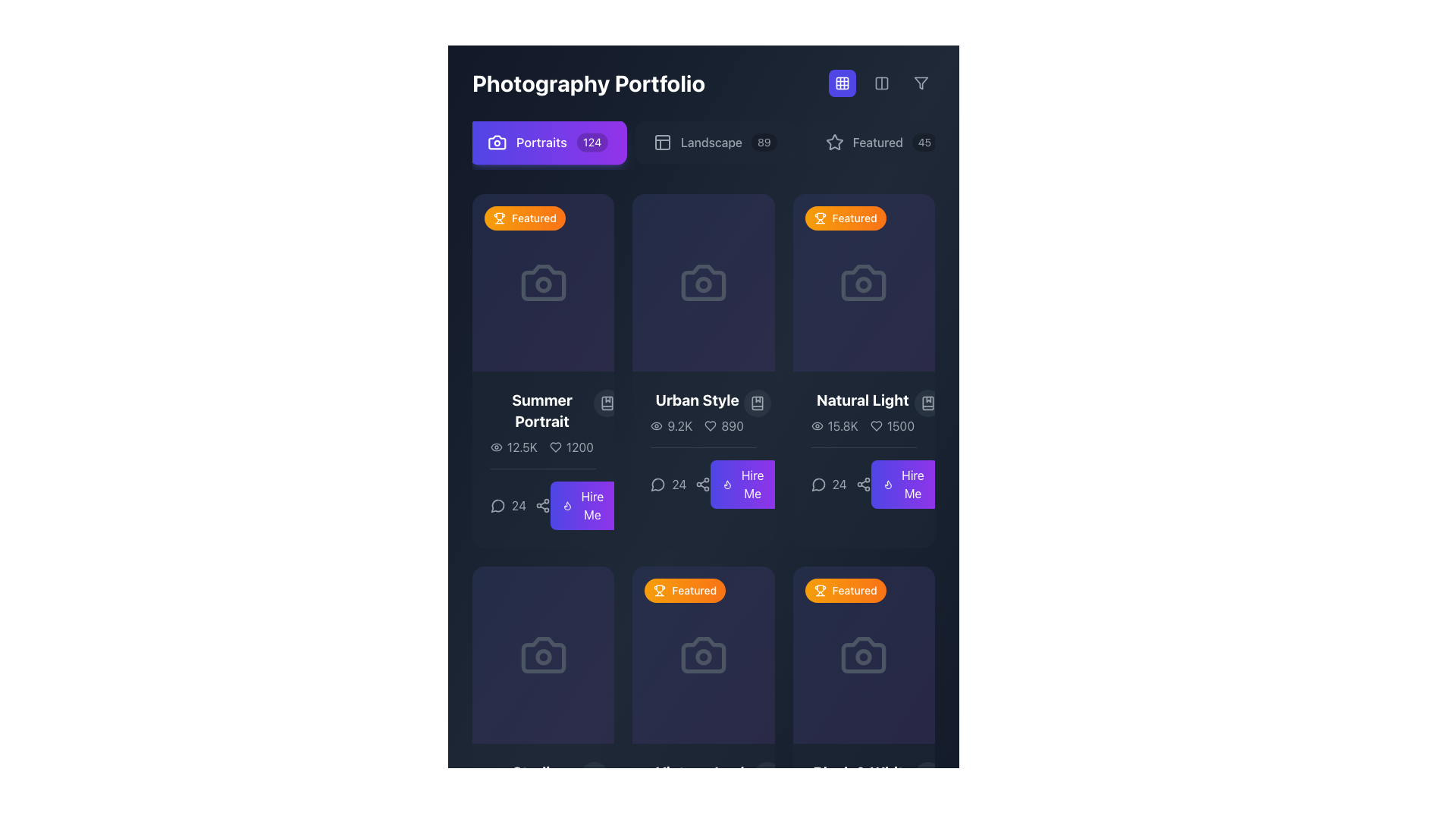 The image size is (1456, 819). Describe the element at coordinates (588, 83) in the screenshot. I see `the text label that serves as the header or title for the page layout, located centrally in the top section of the interface` at that location.